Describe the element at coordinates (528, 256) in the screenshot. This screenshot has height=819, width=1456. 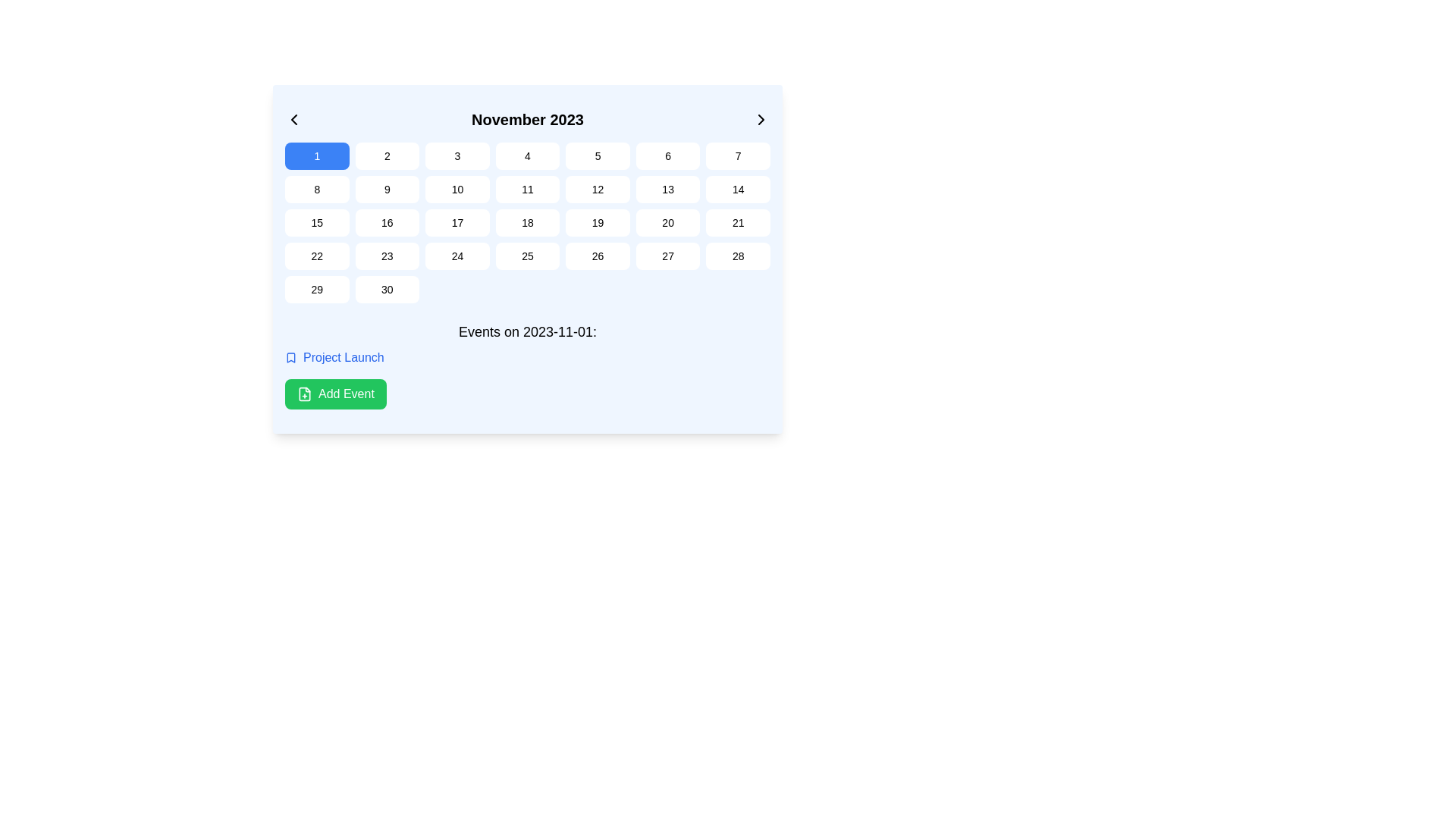
I see `the square-shaped button with a rounded border, containing the text '25' in bold black font` at that location.